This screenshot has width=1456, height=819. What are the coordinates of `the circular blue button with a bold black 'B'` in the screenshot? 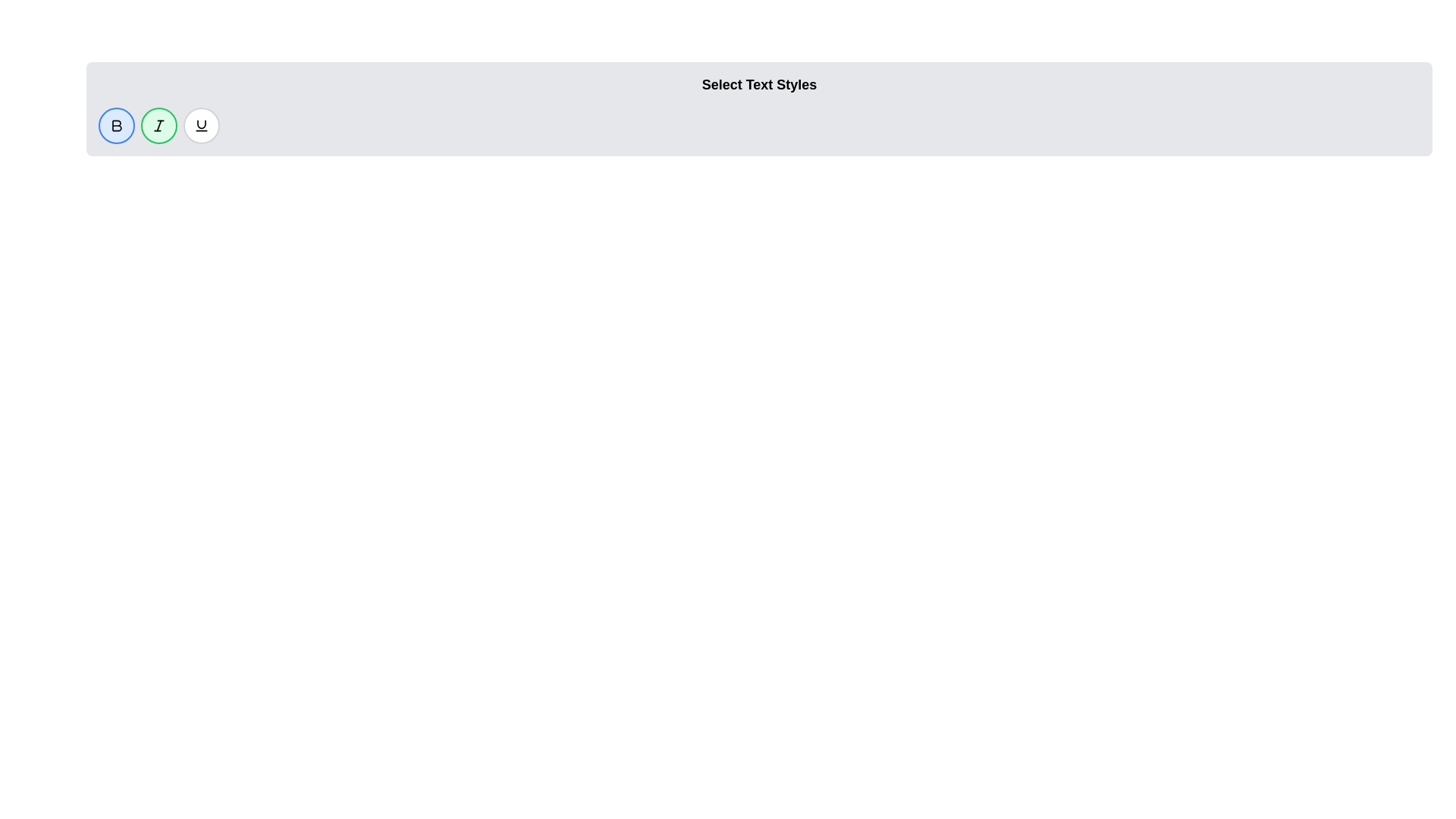 It's located at (115, 124).